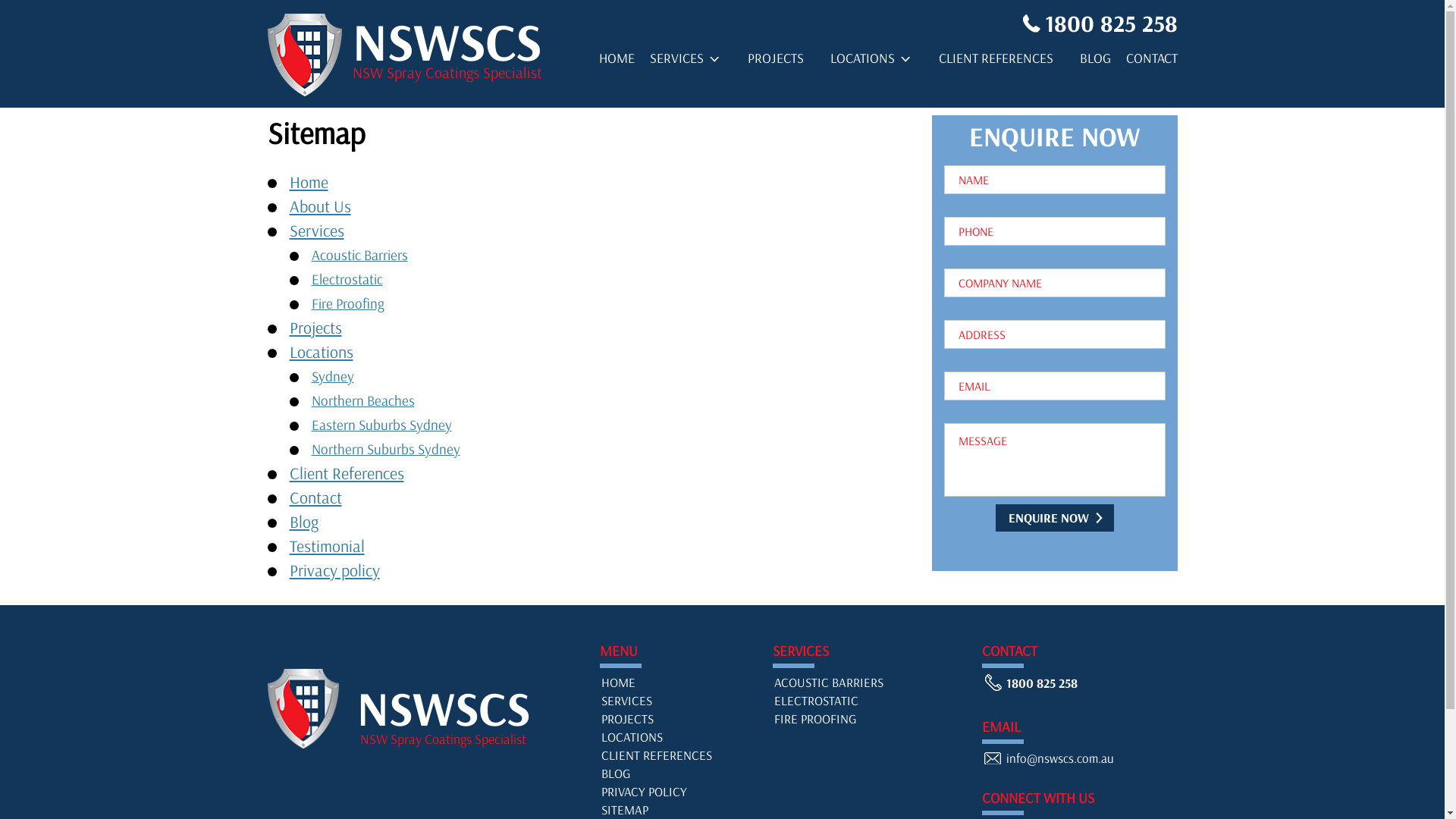  I want to click on 'Northern Beaches', so click(371, 400).